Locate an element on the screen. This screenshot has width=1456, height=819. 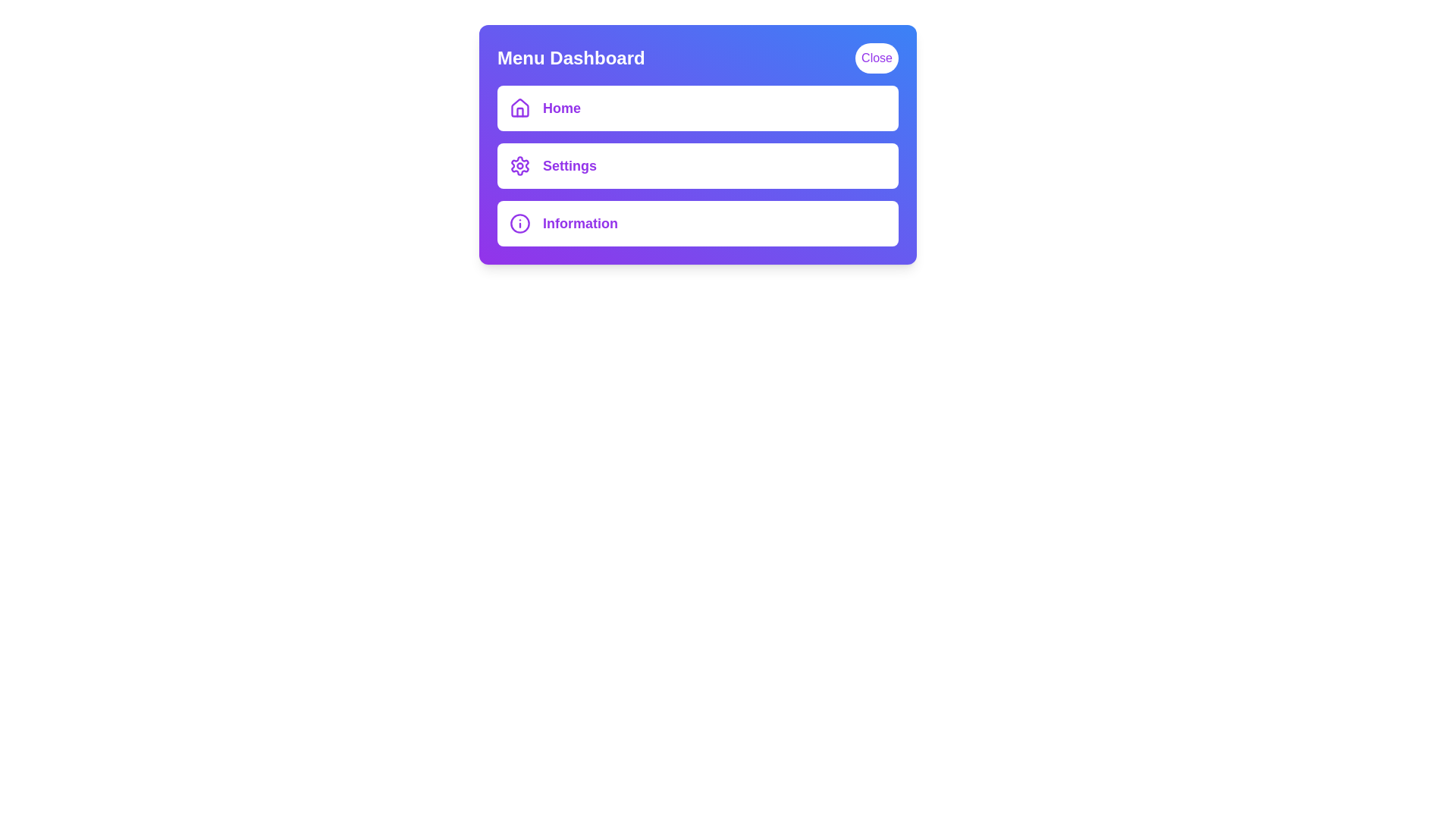
the menu item labeled Settings to display its tooltip is located at coordinates (697, 166).